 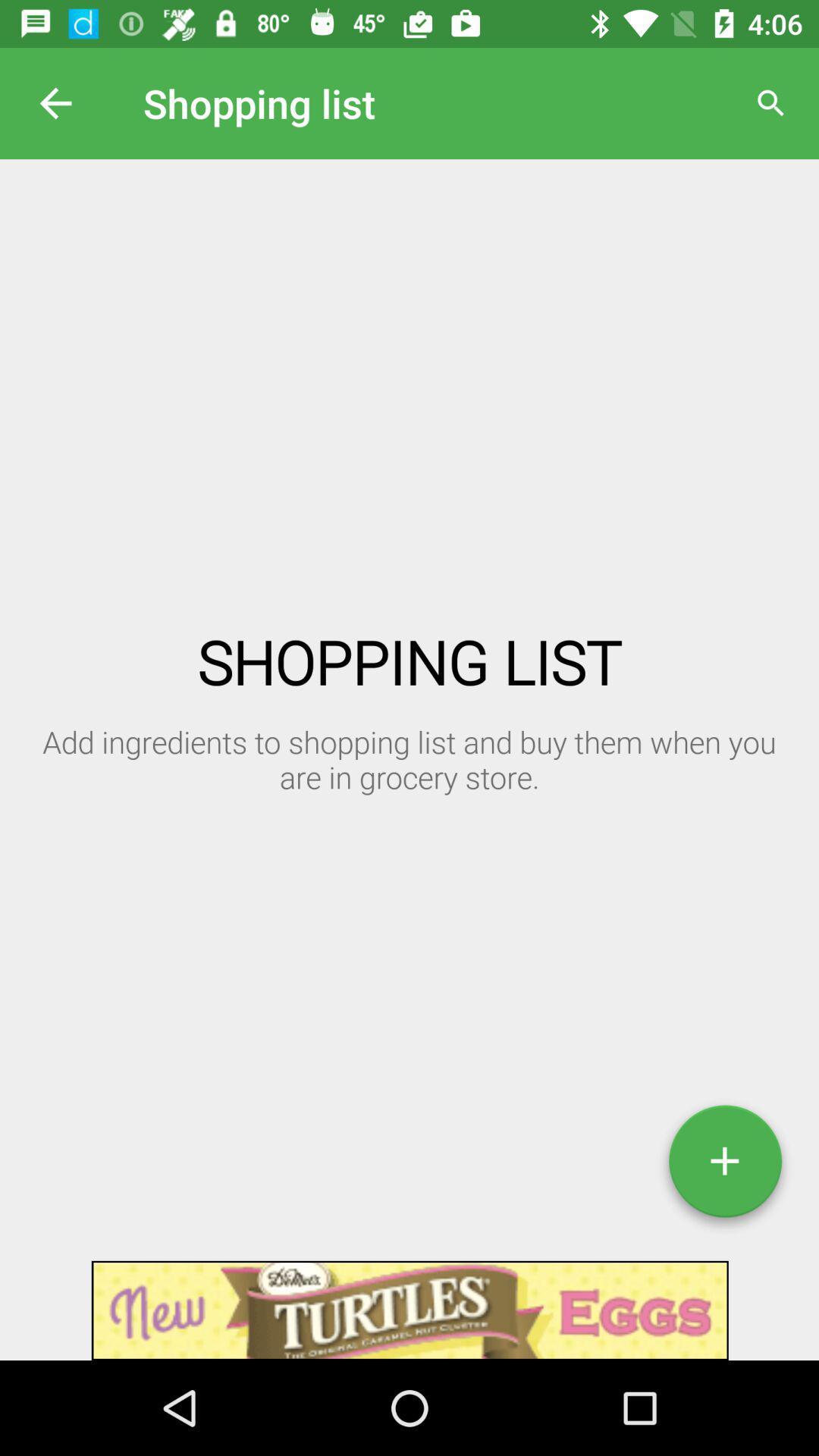 I want to click on the  add ingredients to shopping list and buy them when you are in grocery store, so click(x=210, y=741).